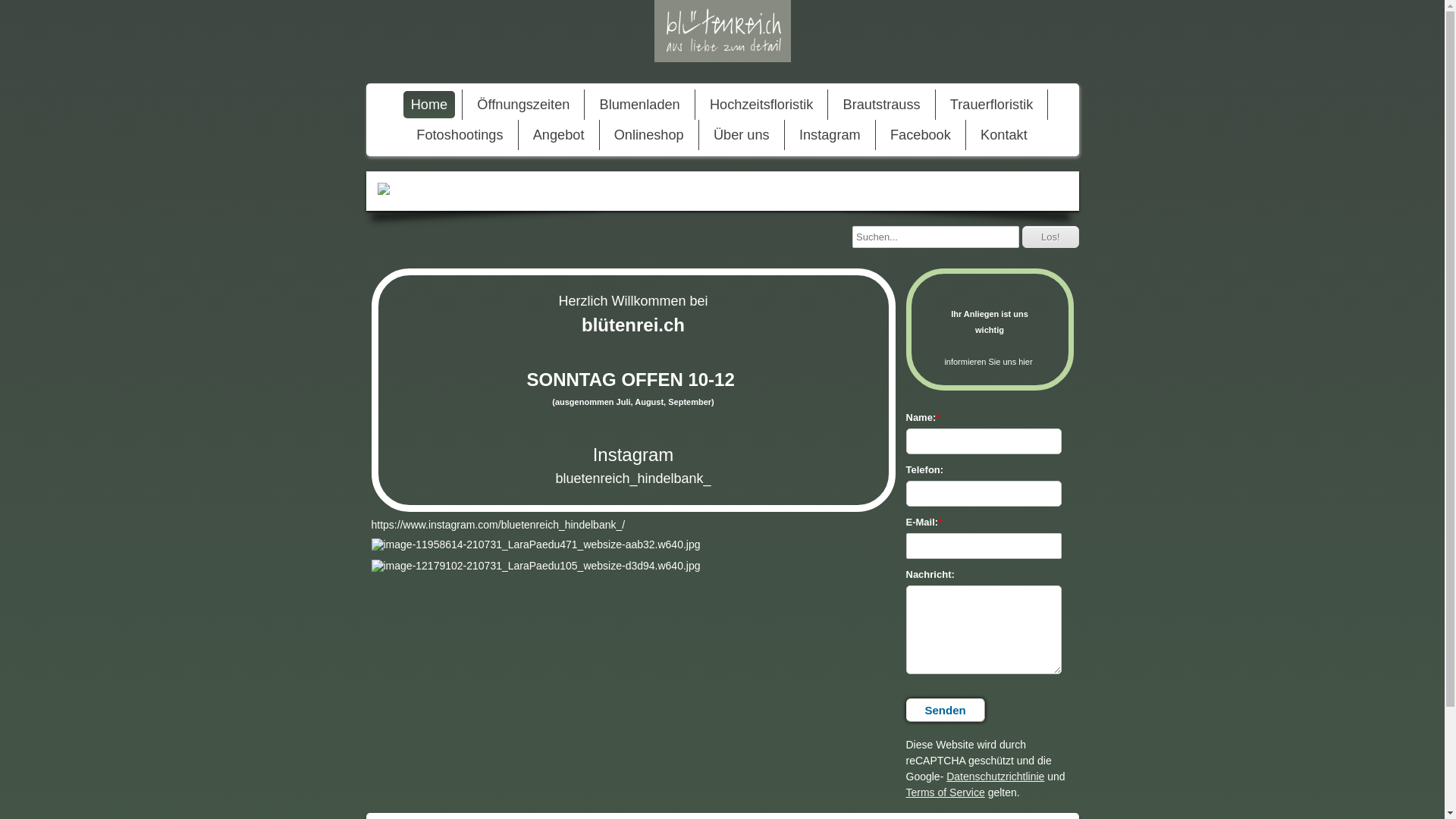  What do you see at coordinates (944, 710) in the screenshot?
I see `'Senden'` at bounding box center [944, 710].